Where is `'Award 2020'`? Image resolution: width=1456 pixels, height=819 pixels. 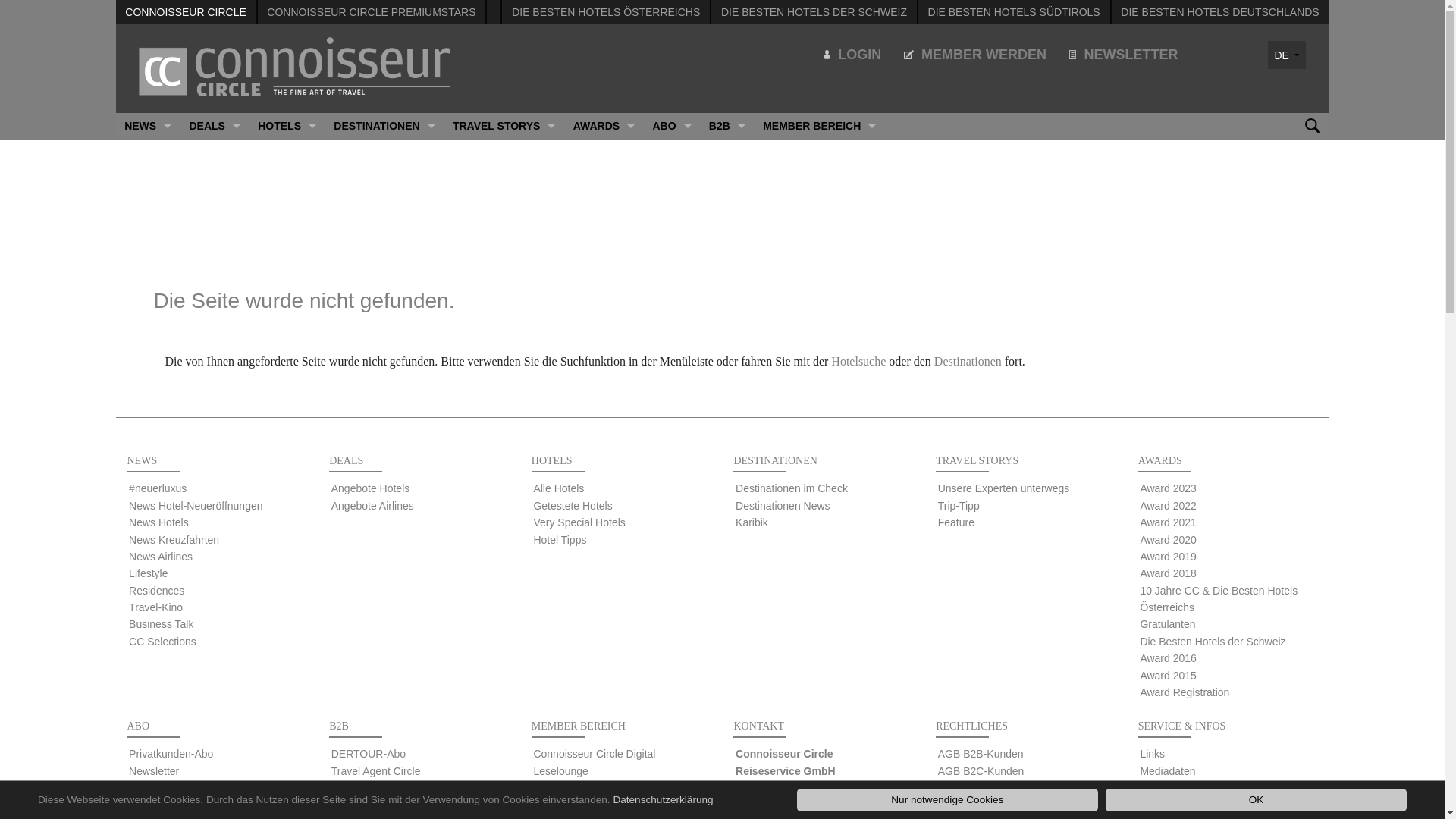
'Award 2020' is located at coordinates (1167, 539).